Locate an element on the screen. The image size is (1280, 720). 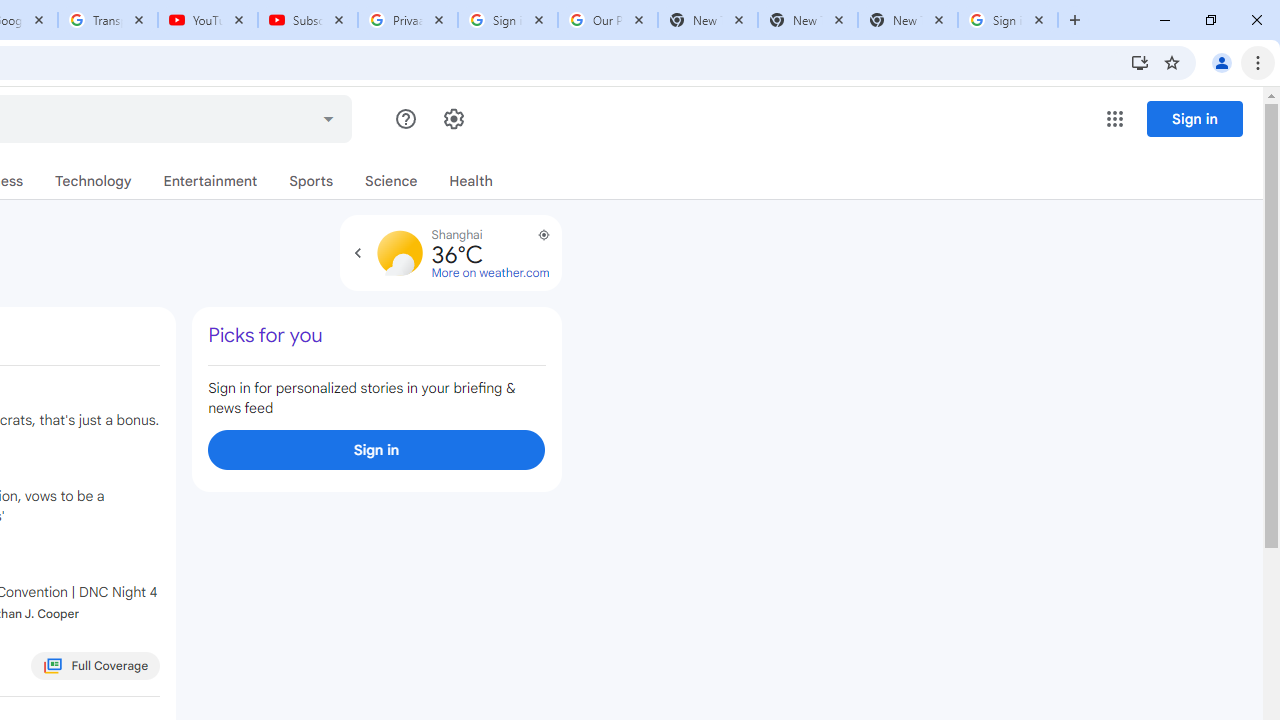
'Expand to view forecast' is located at coordinates (357, 252).